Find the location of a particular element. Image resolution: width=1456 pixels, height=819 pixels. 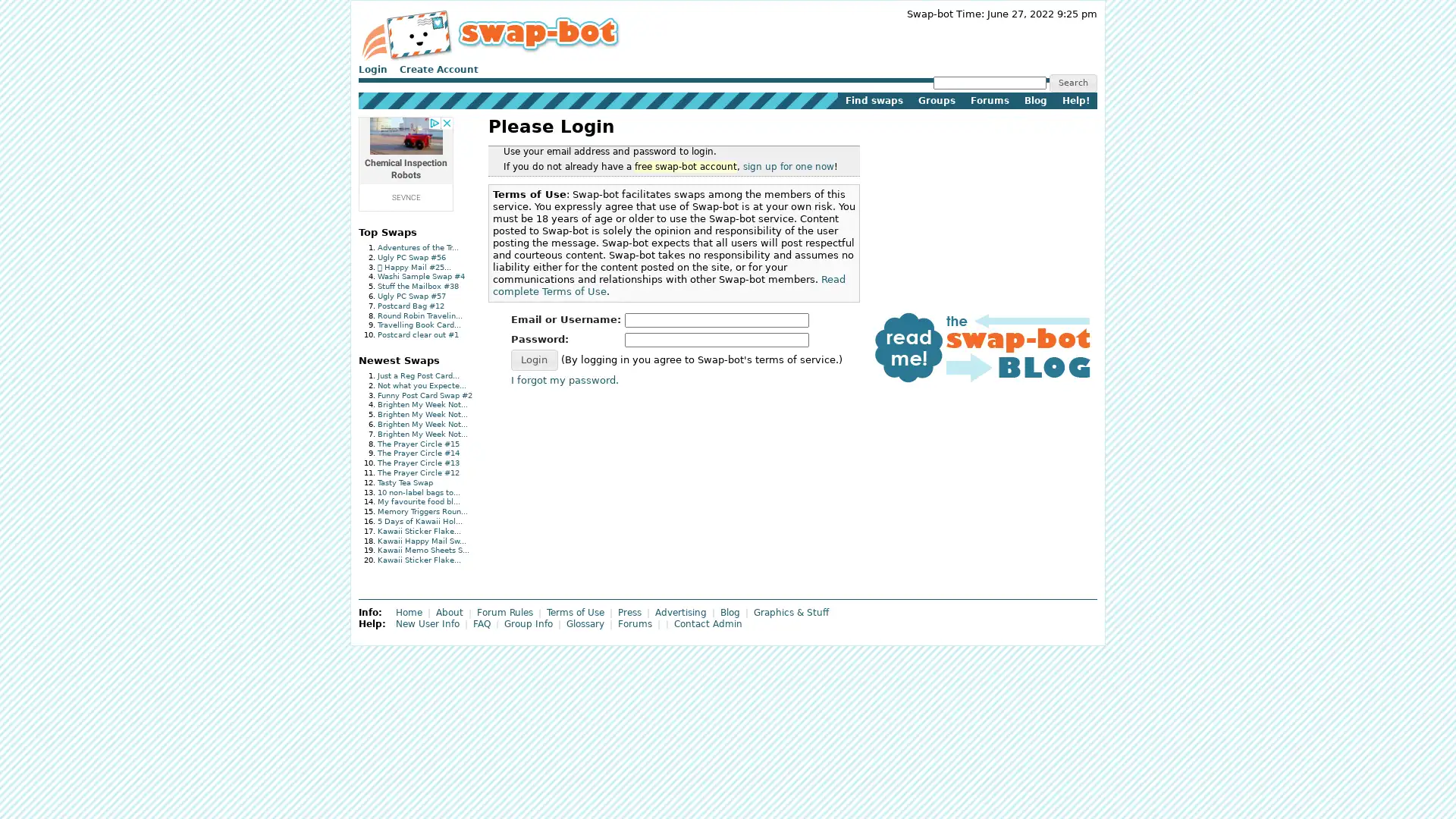

Login is located at coordinates (534, 359).